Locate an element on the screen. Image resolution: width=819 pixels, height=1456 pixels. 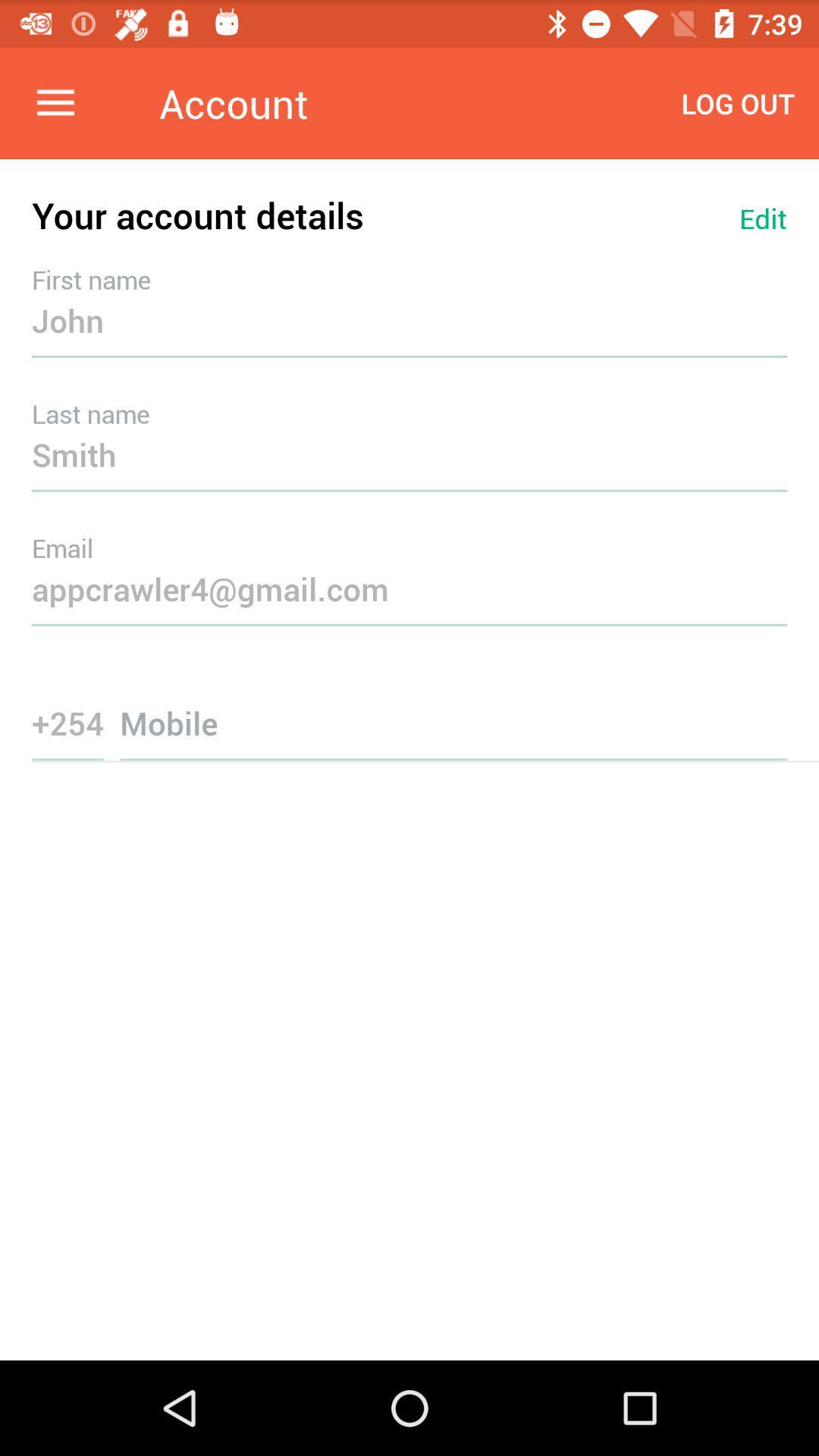
edit item is located at coordinates (763, 218).